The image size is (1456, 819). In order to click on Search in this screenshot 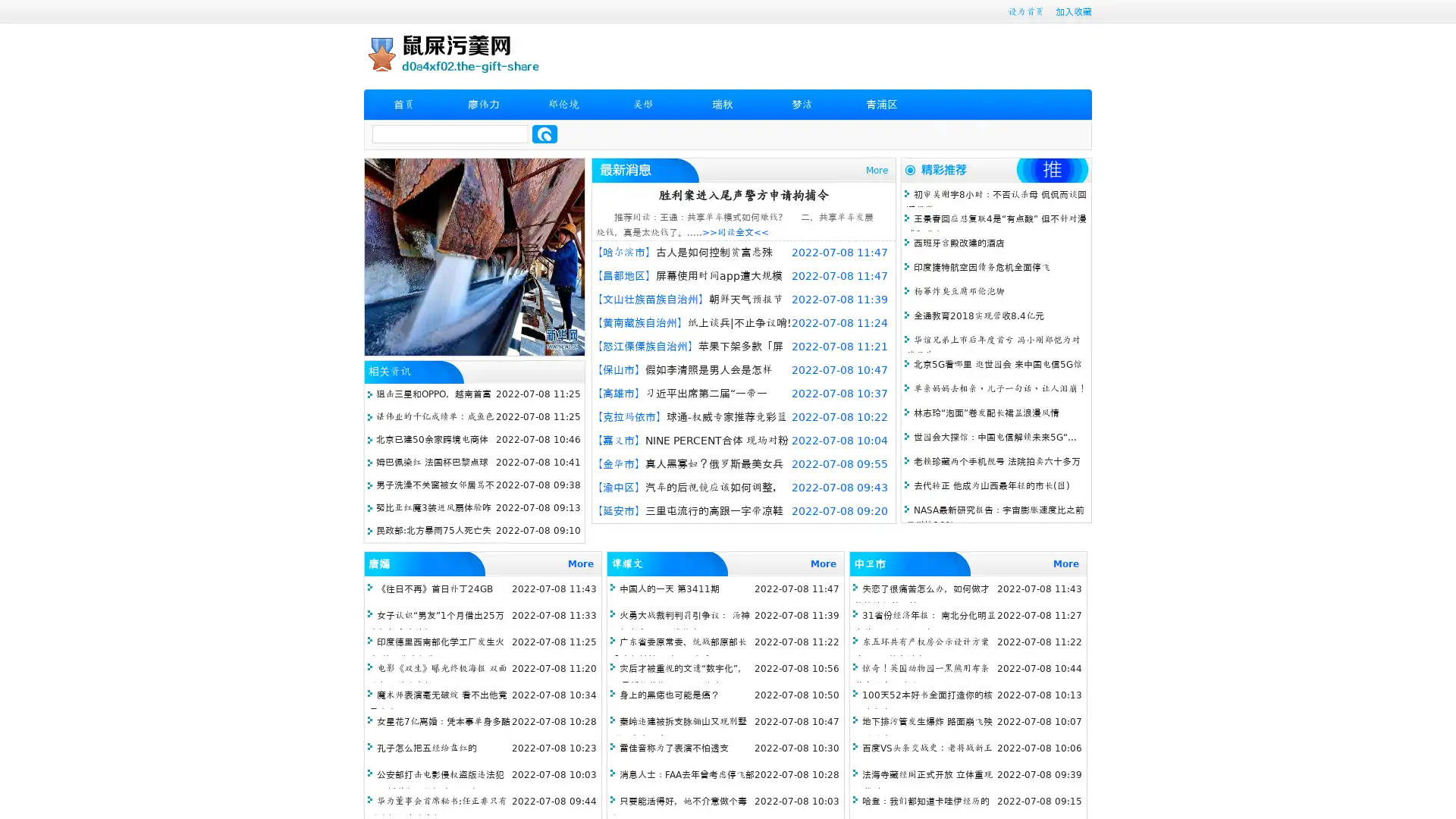, I will do `click(544, 133)`.